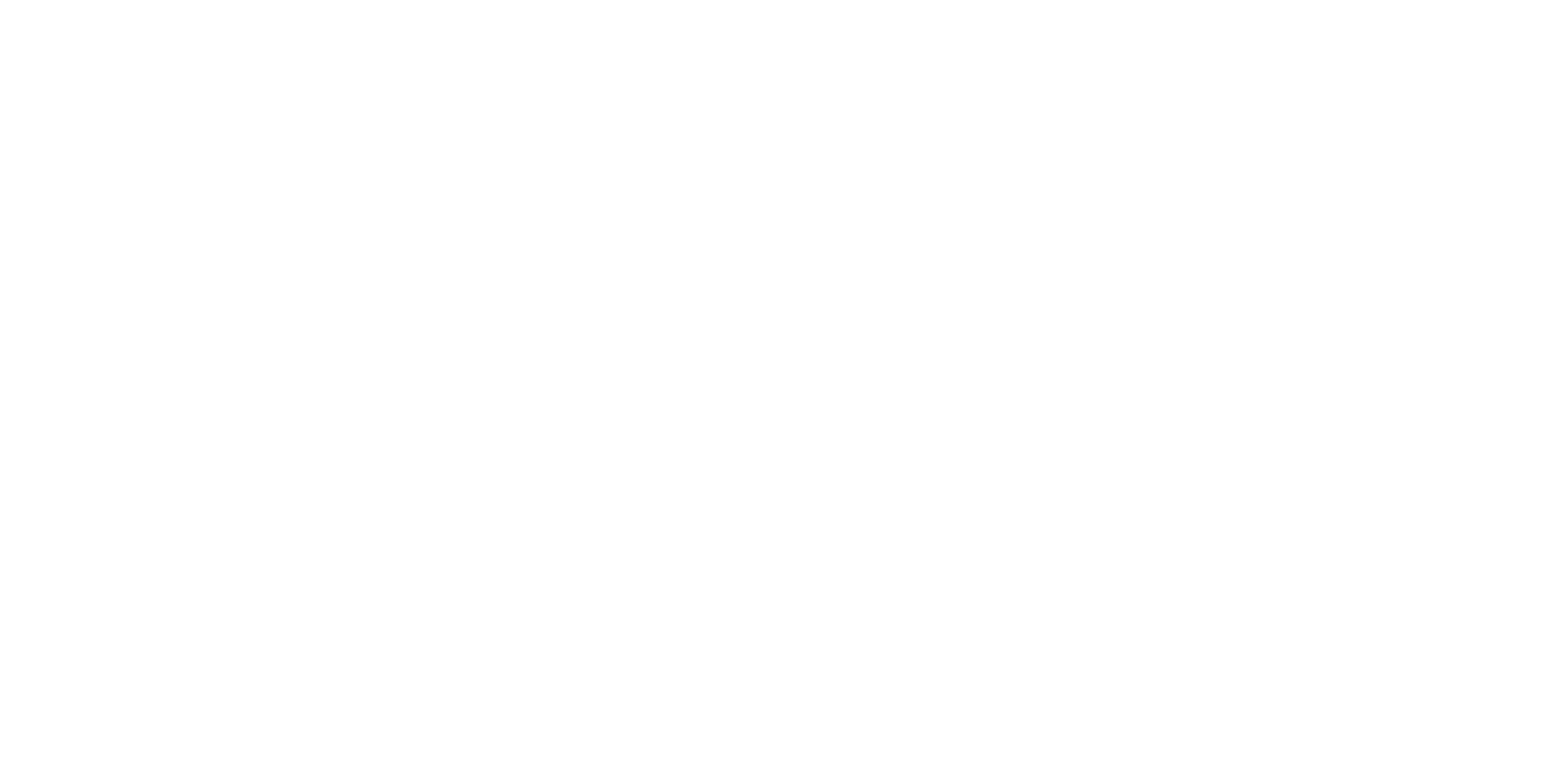 The height and width of the screenshot is (784, 1547). I want to click on 'Categories', so click(530, 605).